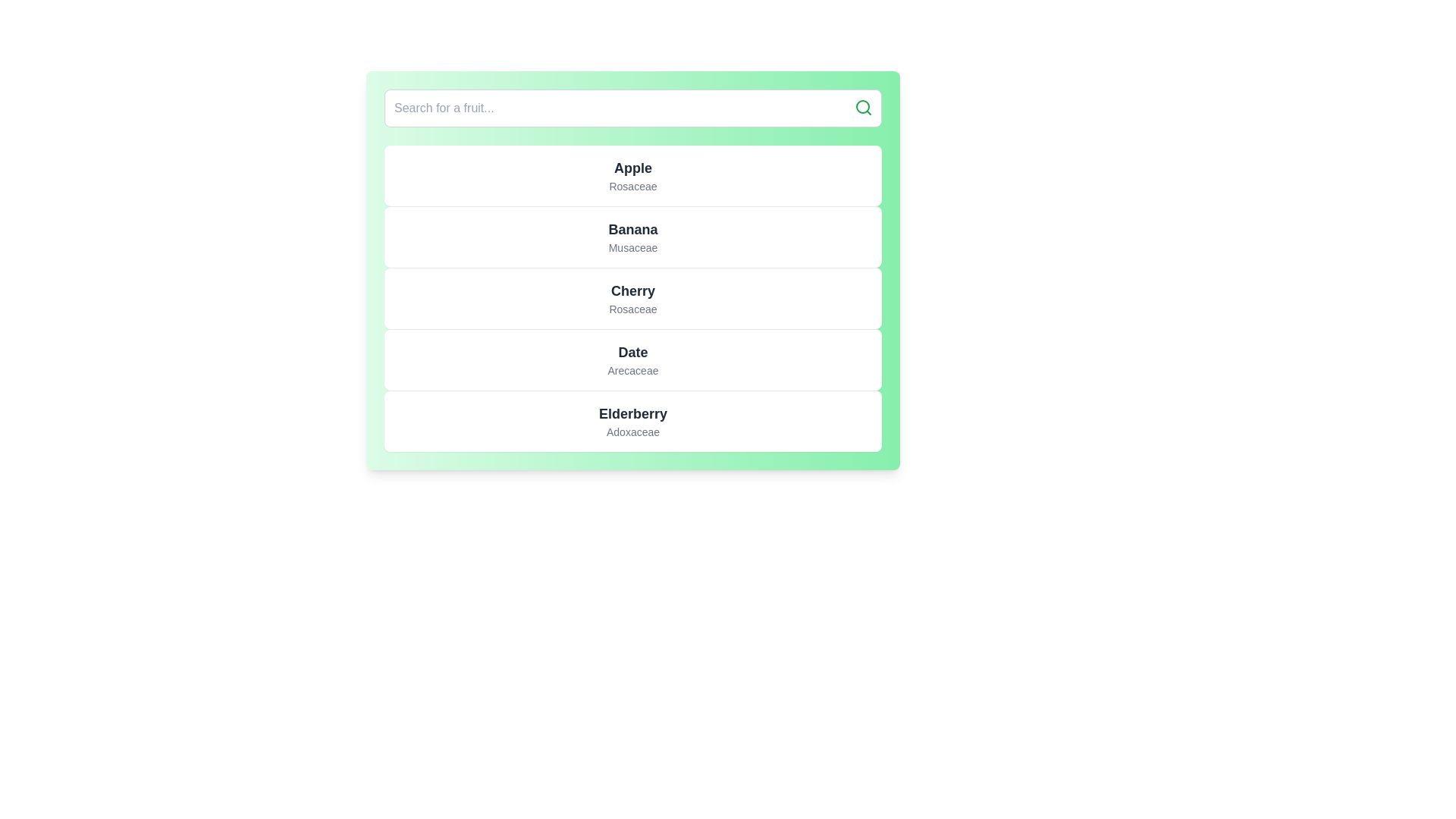 Image resolution: width=1456 pixels, height=819 pixels. Describe the element at coordinates (633, 359) in the screenshot. I see `the fourth item in the fruit selection list, which is labeled 'Date'` at that location.